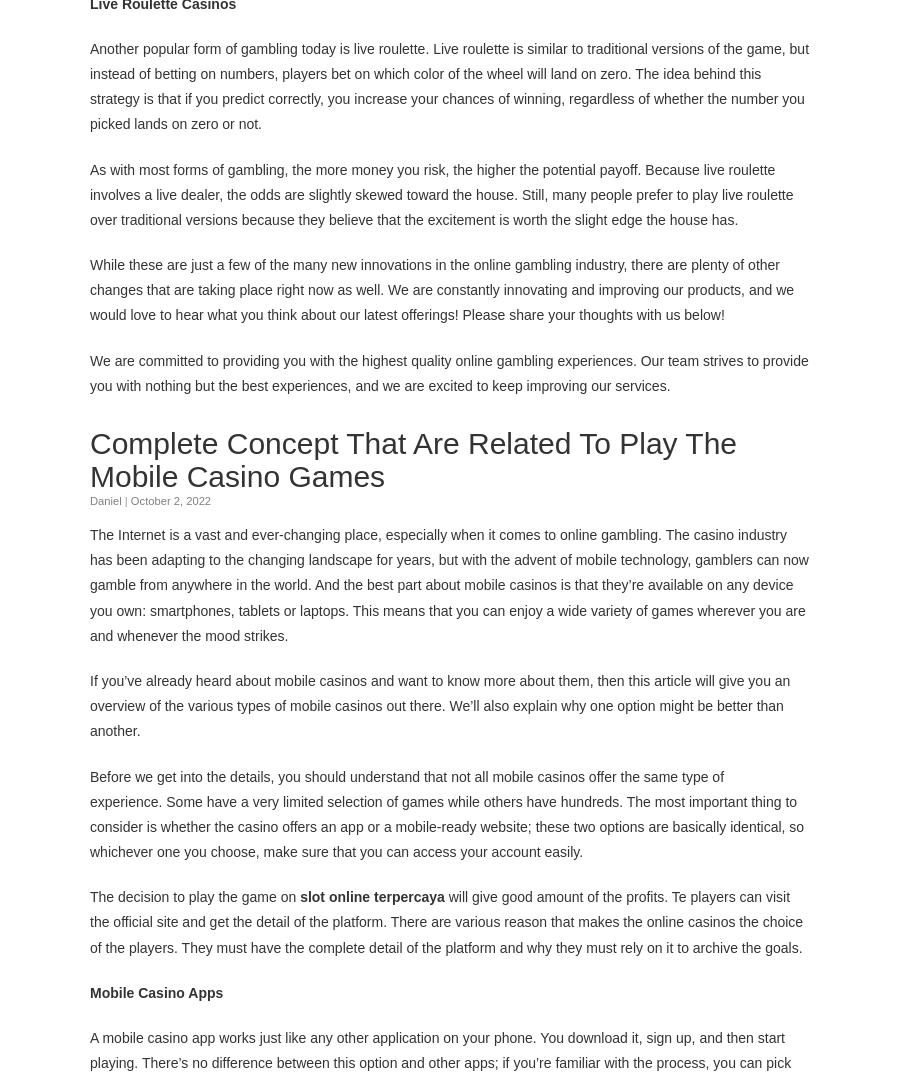 This screenshot has width=900, height=1075. Describe the element at coordinates (371, 895) in the screenshot. I see `'slot online terpercaya'` at that location.